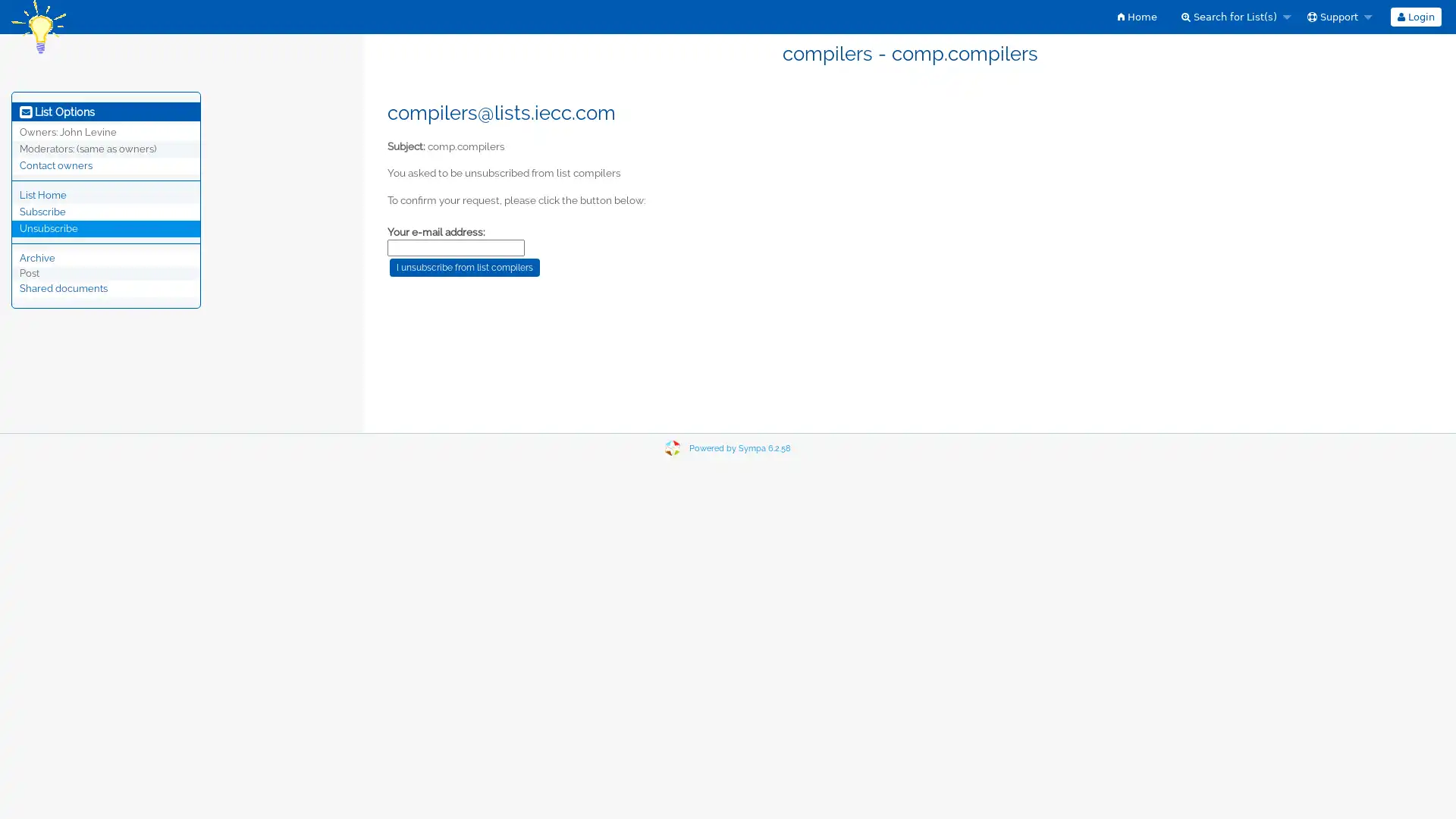 The width and height of the screenshot is (1456, 819). Describe the element at coordinates (464, 265) in the screenshot. I see `I unsubscribe from list compilers` at that location.